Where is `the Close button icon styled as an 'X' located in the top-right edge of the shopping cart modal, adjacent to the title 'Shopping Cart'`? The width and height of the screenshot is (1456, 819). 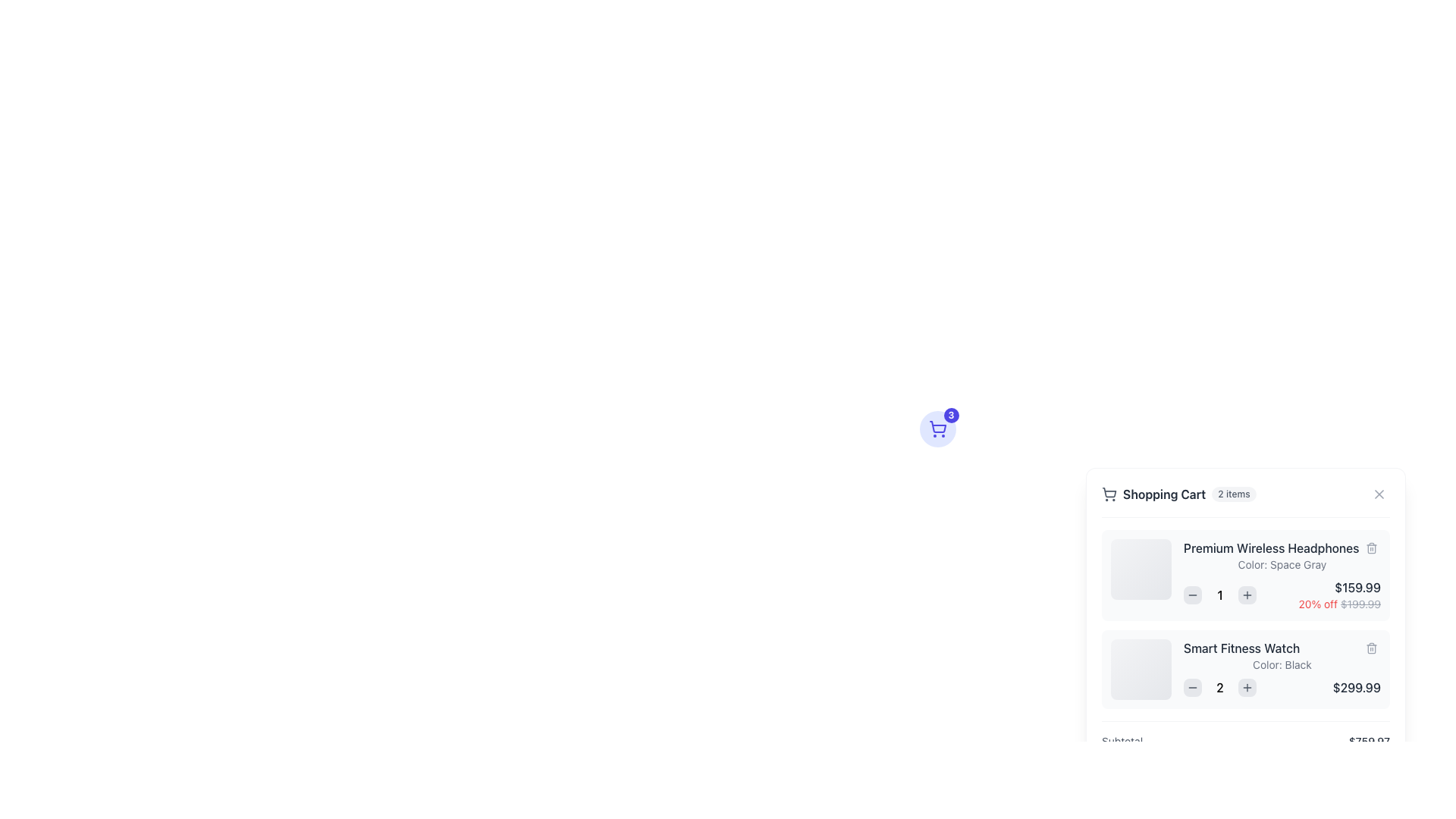
the Close button icon styled as an 'X' located in the top-right edge of the shopping cart modal, adjacent to the title 'Shopping Cart' is located at coordinates (1379, 494).